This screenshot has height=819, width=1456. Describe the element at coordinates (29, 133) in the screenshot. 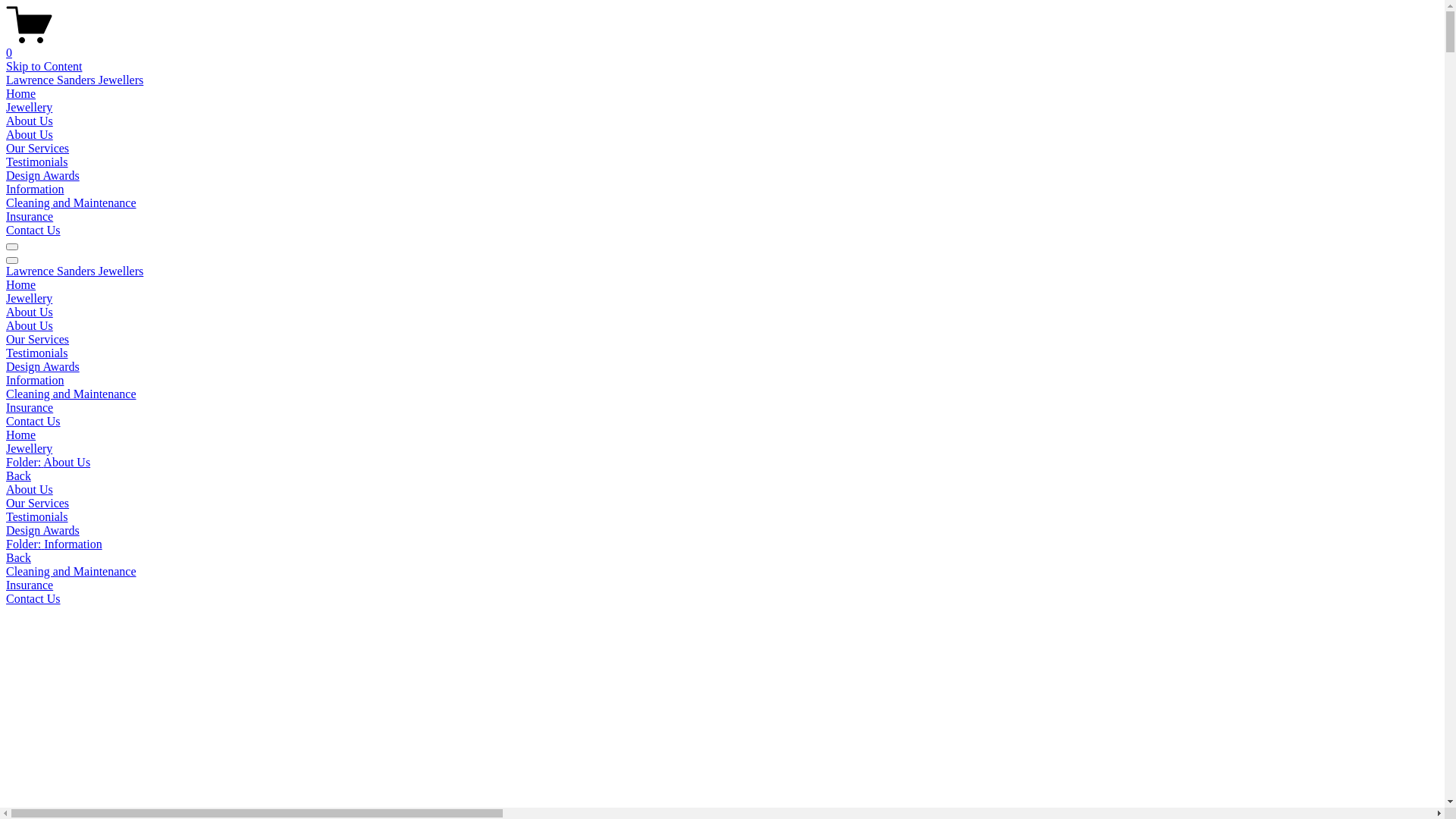

I see `'About Us'` at that location.